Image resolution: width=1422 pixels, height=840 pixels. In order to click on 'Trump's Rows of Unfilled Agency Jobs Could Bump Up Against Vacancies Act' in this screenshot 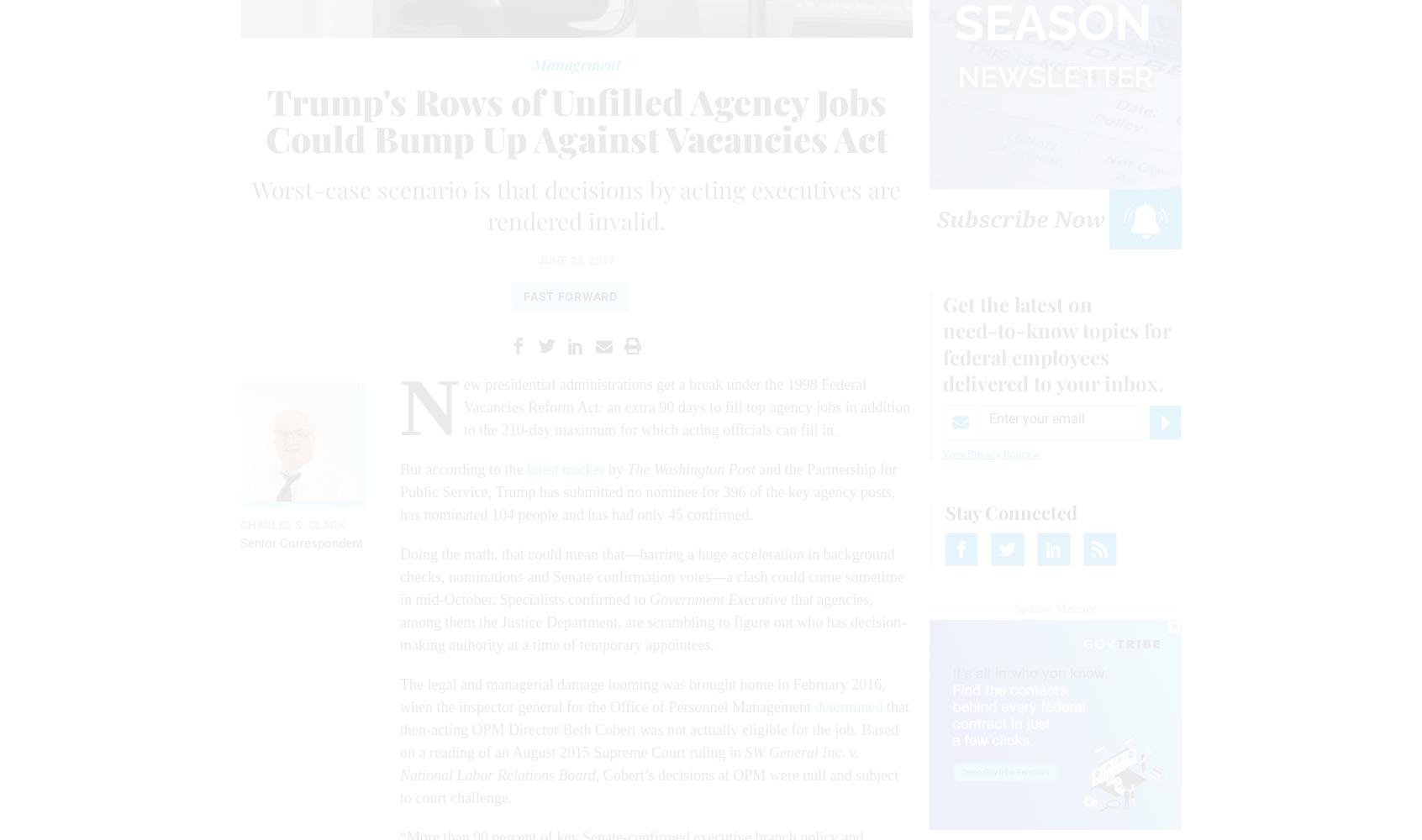, I will do `click(264, 119)`.